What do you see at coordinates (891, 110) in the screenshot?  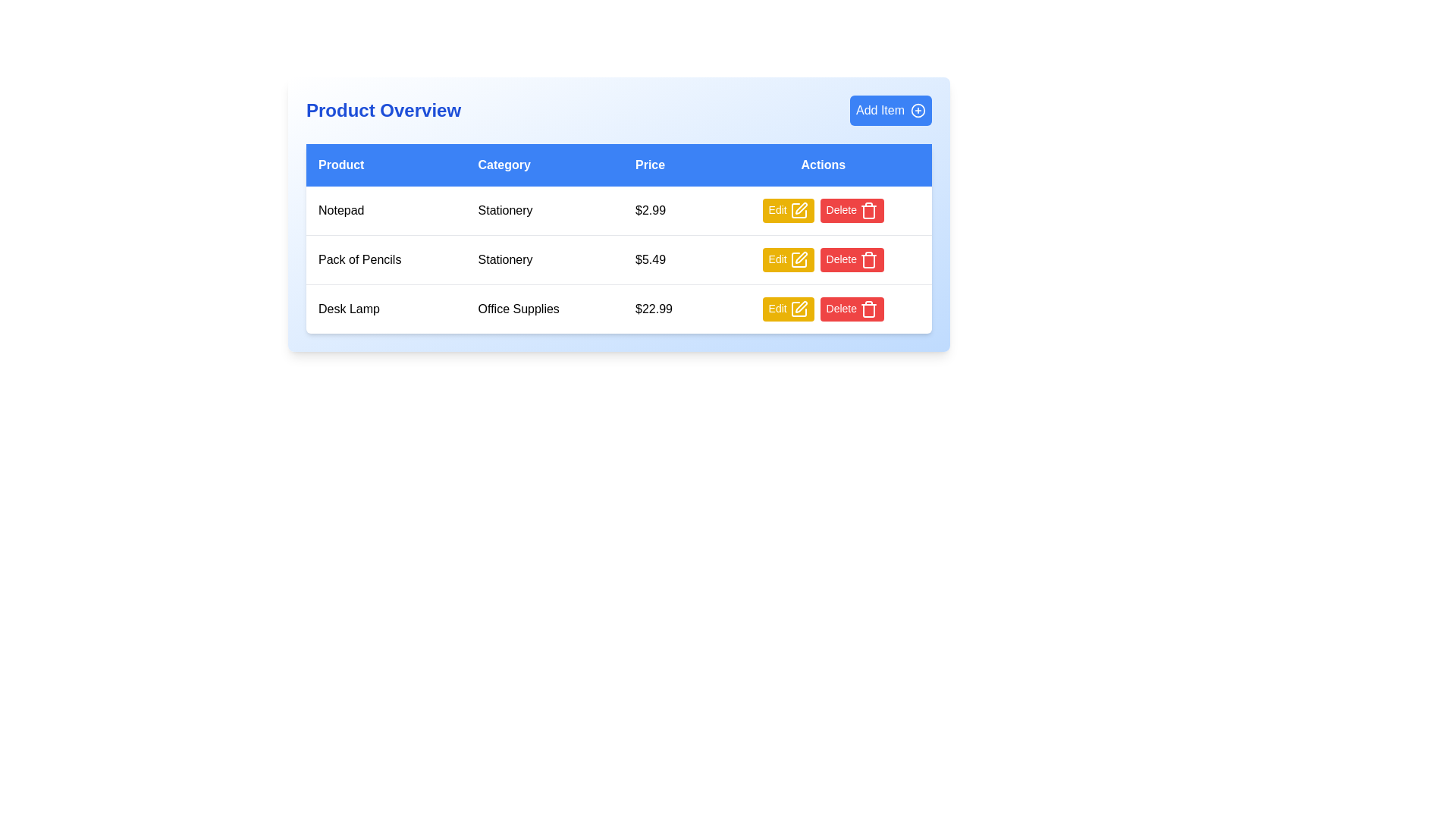 I see `the blue 'Add Item' button located in the top-right corner of the 'Product Overview' section, which has a white circular plus icon next to the text` at bounding box center [891, 110].